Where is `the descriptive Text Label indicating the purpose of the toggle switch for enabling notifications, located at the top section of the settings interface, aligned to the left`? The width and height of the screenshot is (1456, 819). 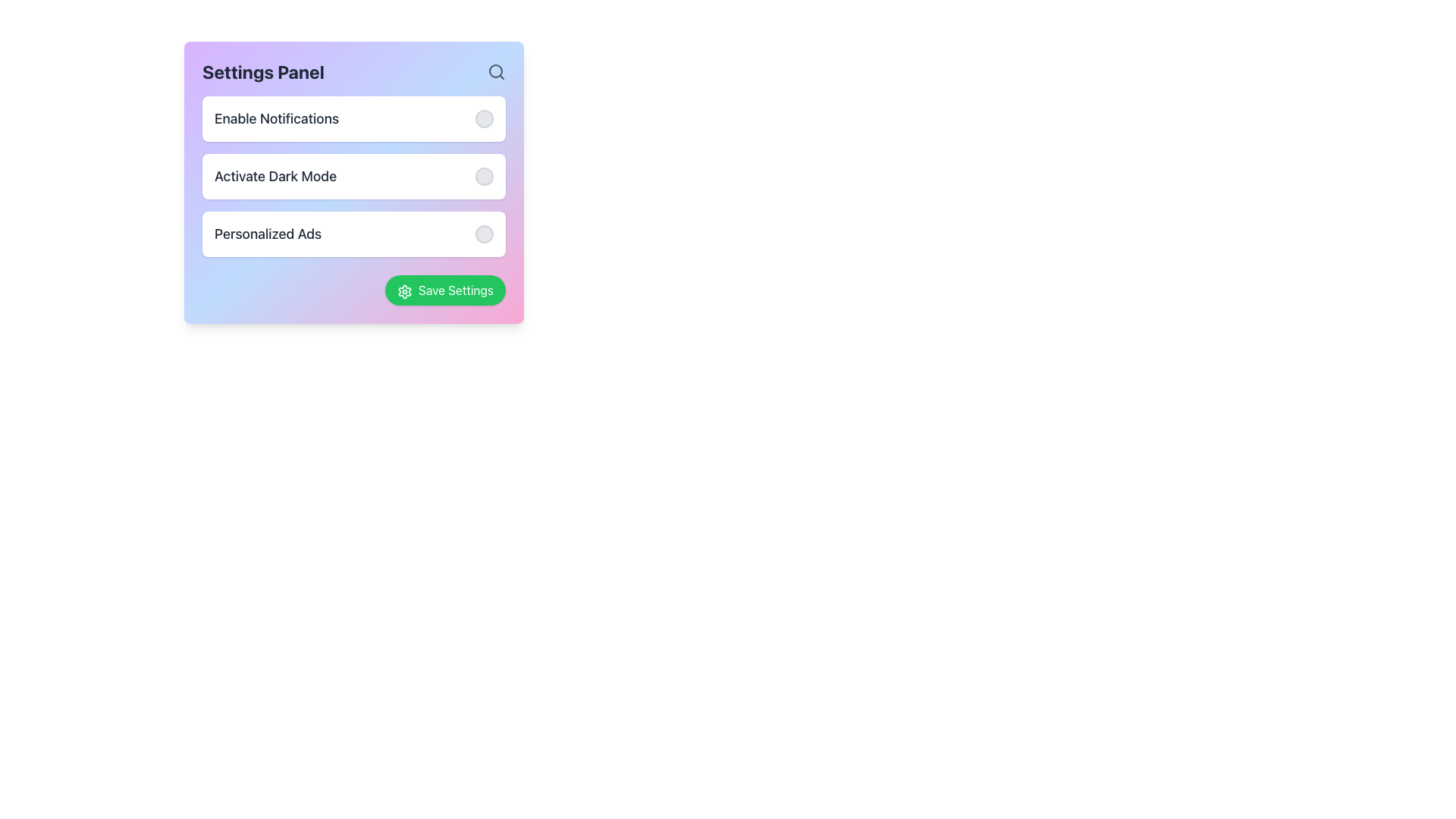 the descriptive Text Label indicating the purpose of the toggle switch for enabling notifications, located at the top section of the settings interface, aligned to the left is located at coordinates (276, 118).